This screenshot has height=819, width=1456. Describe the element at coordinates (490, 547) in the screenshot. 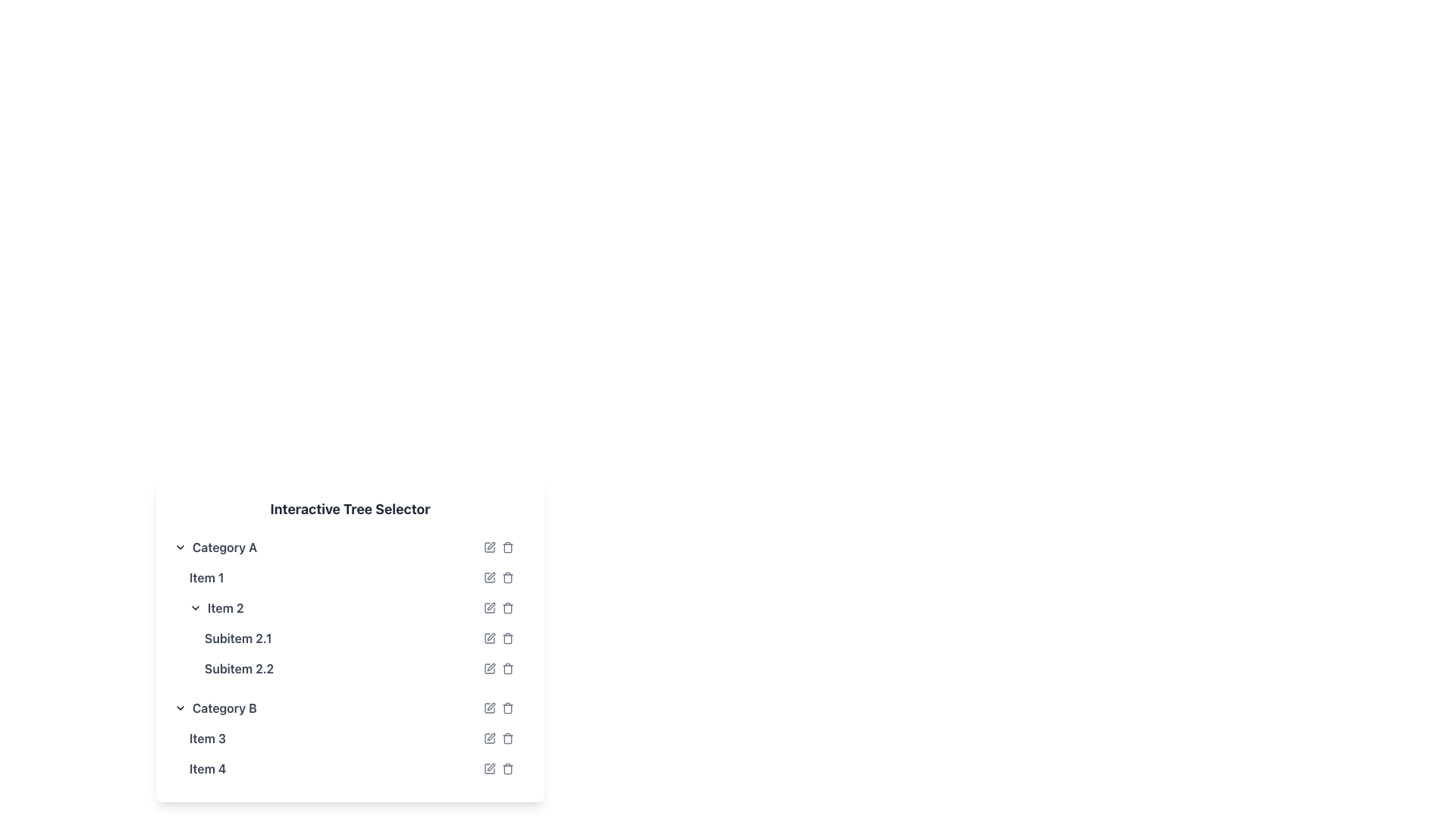

I see `the Edit icon button, which is a square icon featuring a pen symbol, located on the right side of the 'Category A' label in the 'Interactive Tree Selector' interface, to observe the color change effect` at that location.